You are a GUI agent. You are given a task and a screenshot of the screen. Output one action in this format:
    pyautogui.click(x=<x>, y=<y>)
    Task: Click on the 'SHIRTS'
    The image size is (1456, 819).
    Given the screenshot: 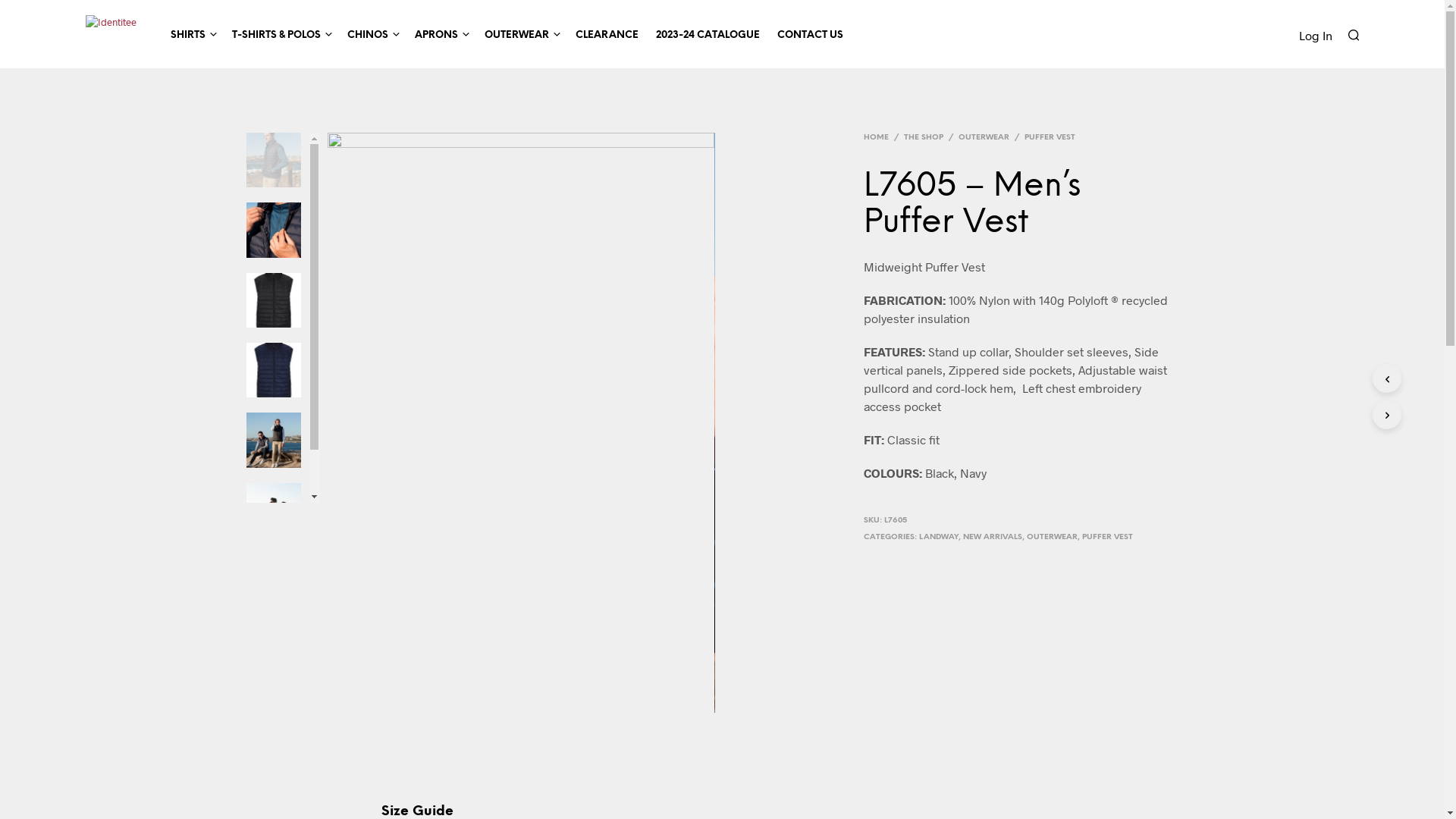 What is the action you would take?
    pyautogui.click(x=186, y=34)
    